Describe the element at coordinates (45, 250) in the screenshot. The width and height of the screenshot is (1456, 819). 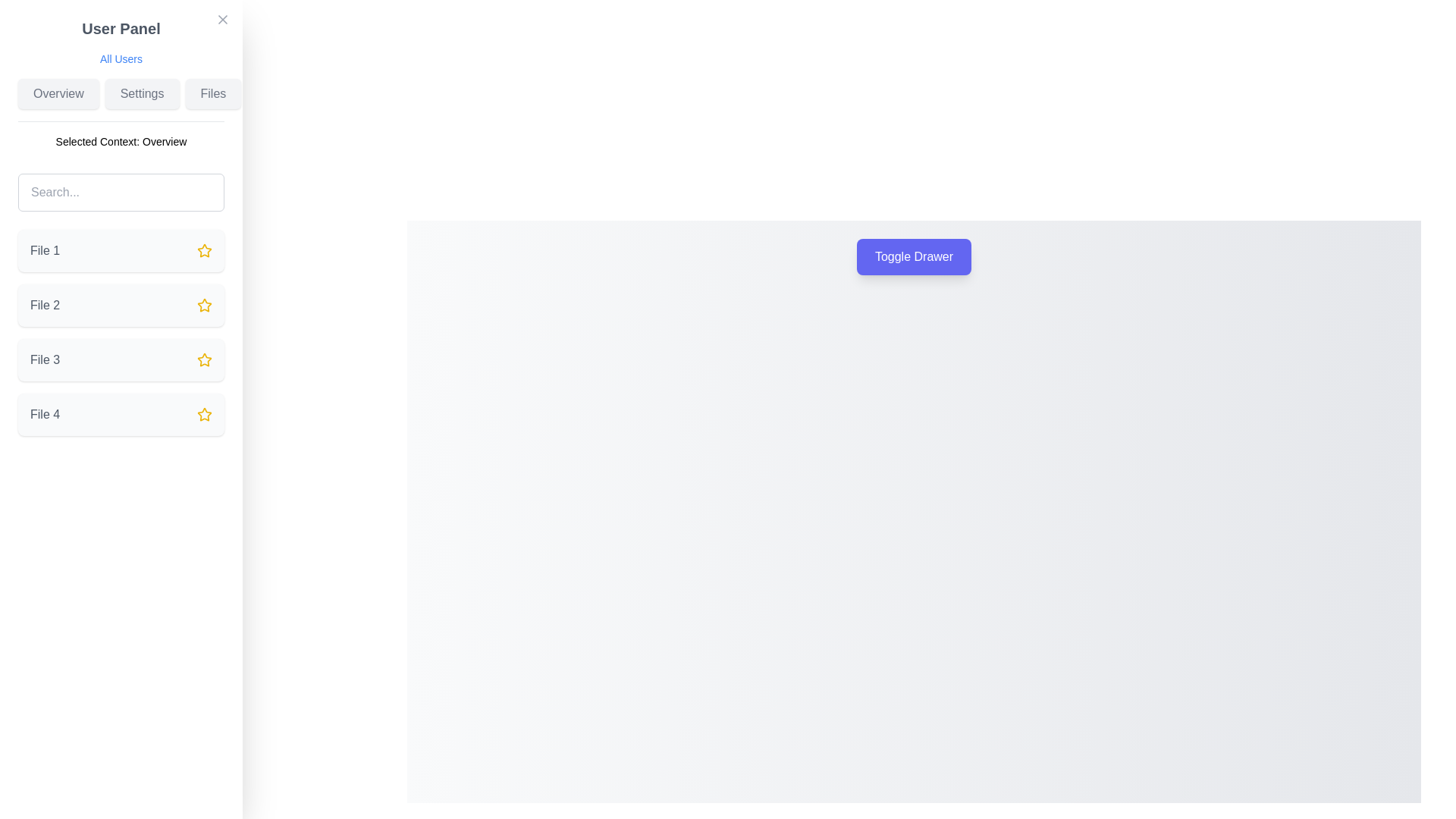
I see `the text label displaying 'File 1' located in the first list item of the vertical menu on the left side of the interface` at that location.